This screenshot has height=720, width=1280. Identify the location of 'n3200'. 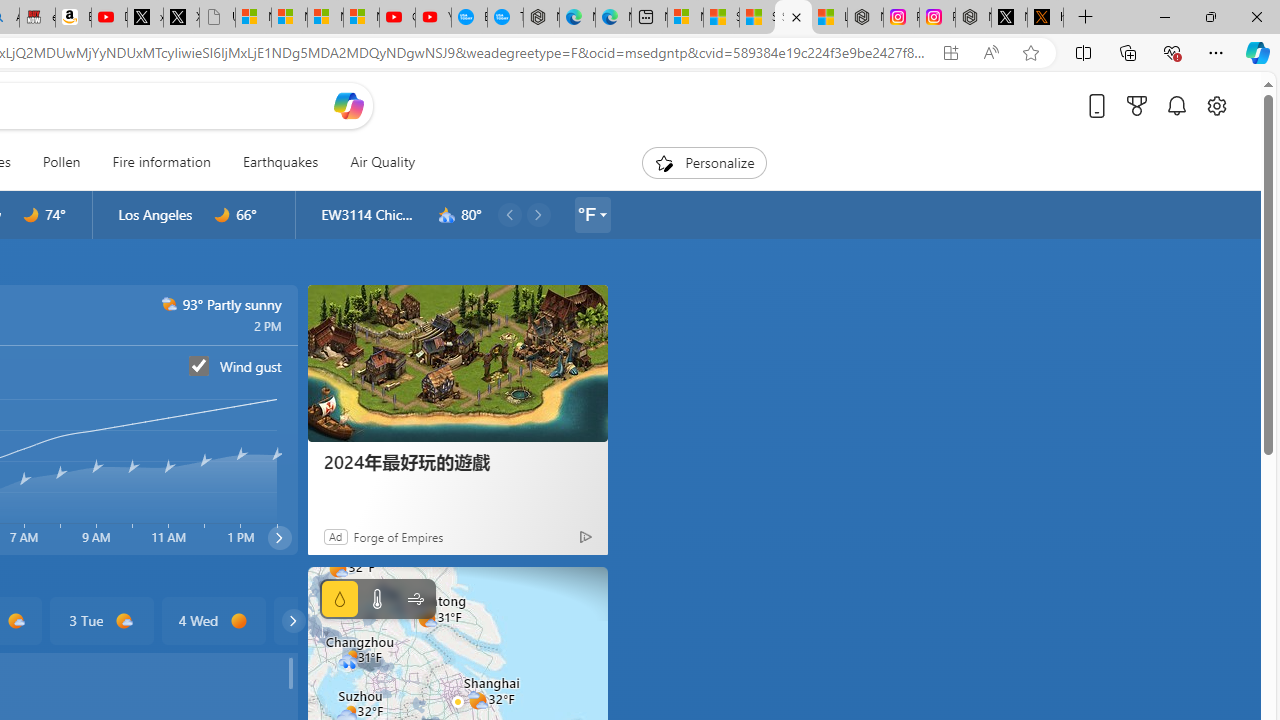
(446, 215).